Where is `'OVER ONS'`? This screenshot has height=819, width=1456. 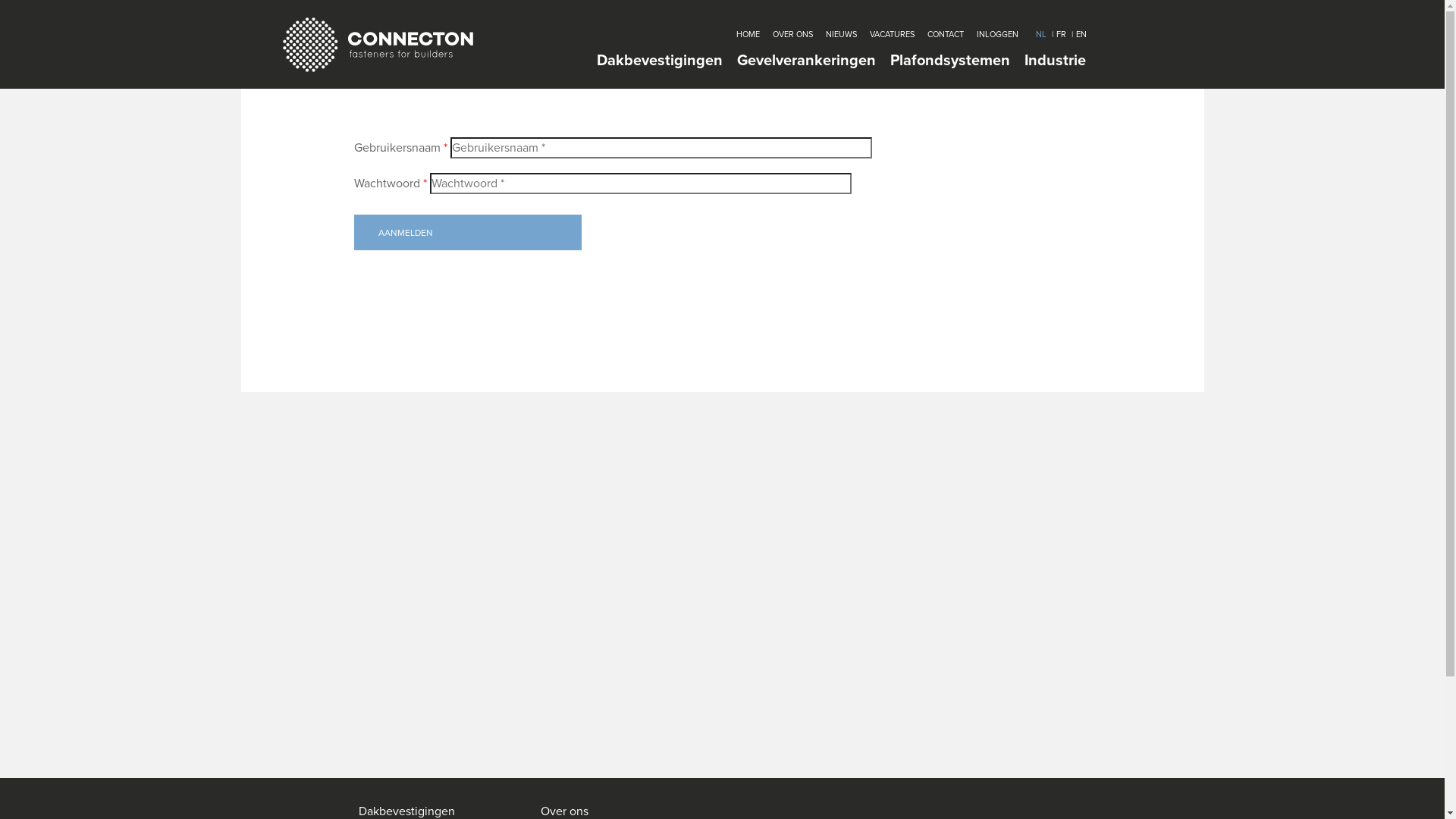 'OVER ONS' is located at coordinates (771, 34).